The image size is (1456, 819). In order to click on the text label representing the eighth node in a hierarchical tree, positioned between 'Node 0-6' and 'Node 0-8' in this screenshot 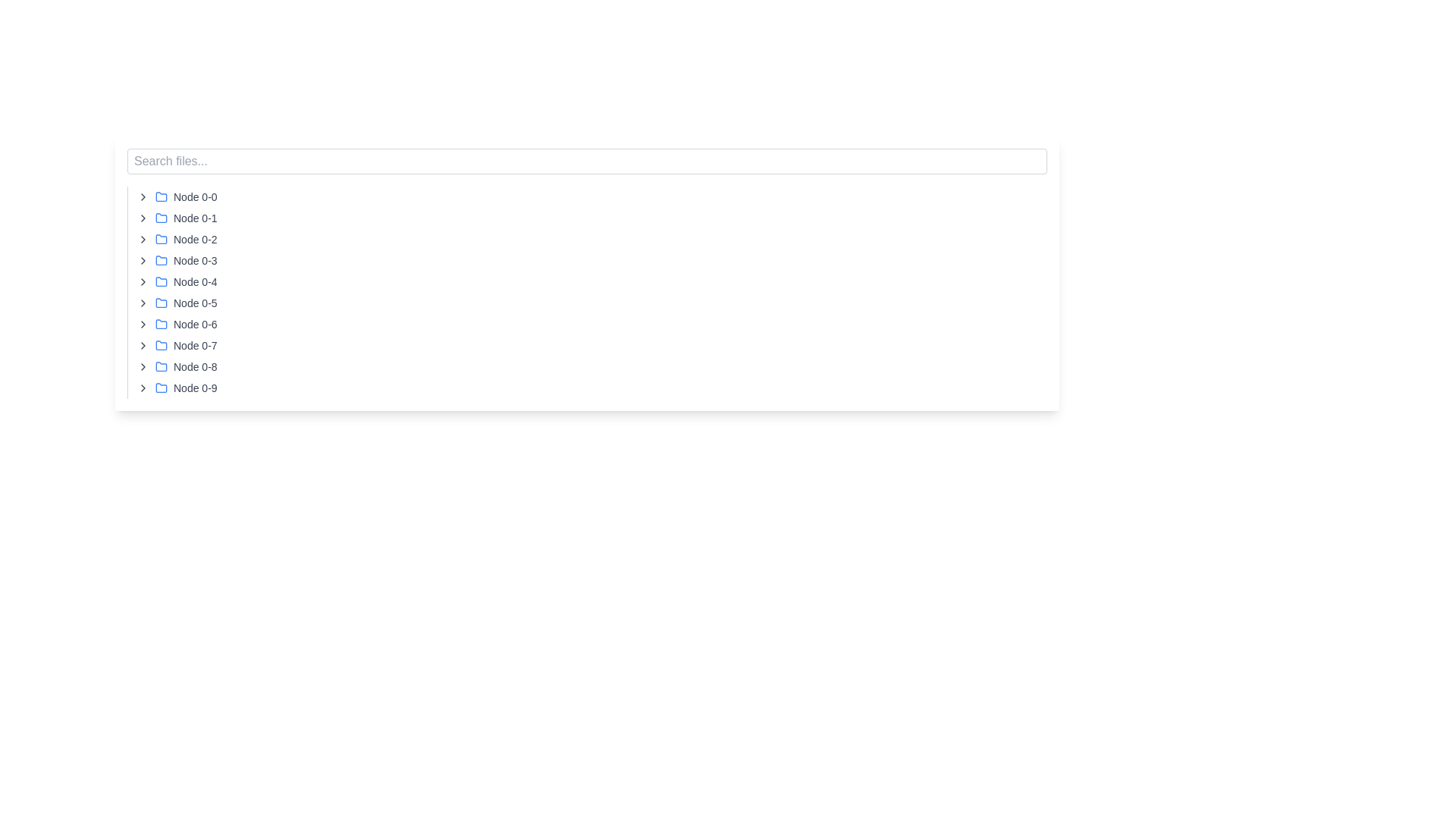, I will do `click(194, 345)`.